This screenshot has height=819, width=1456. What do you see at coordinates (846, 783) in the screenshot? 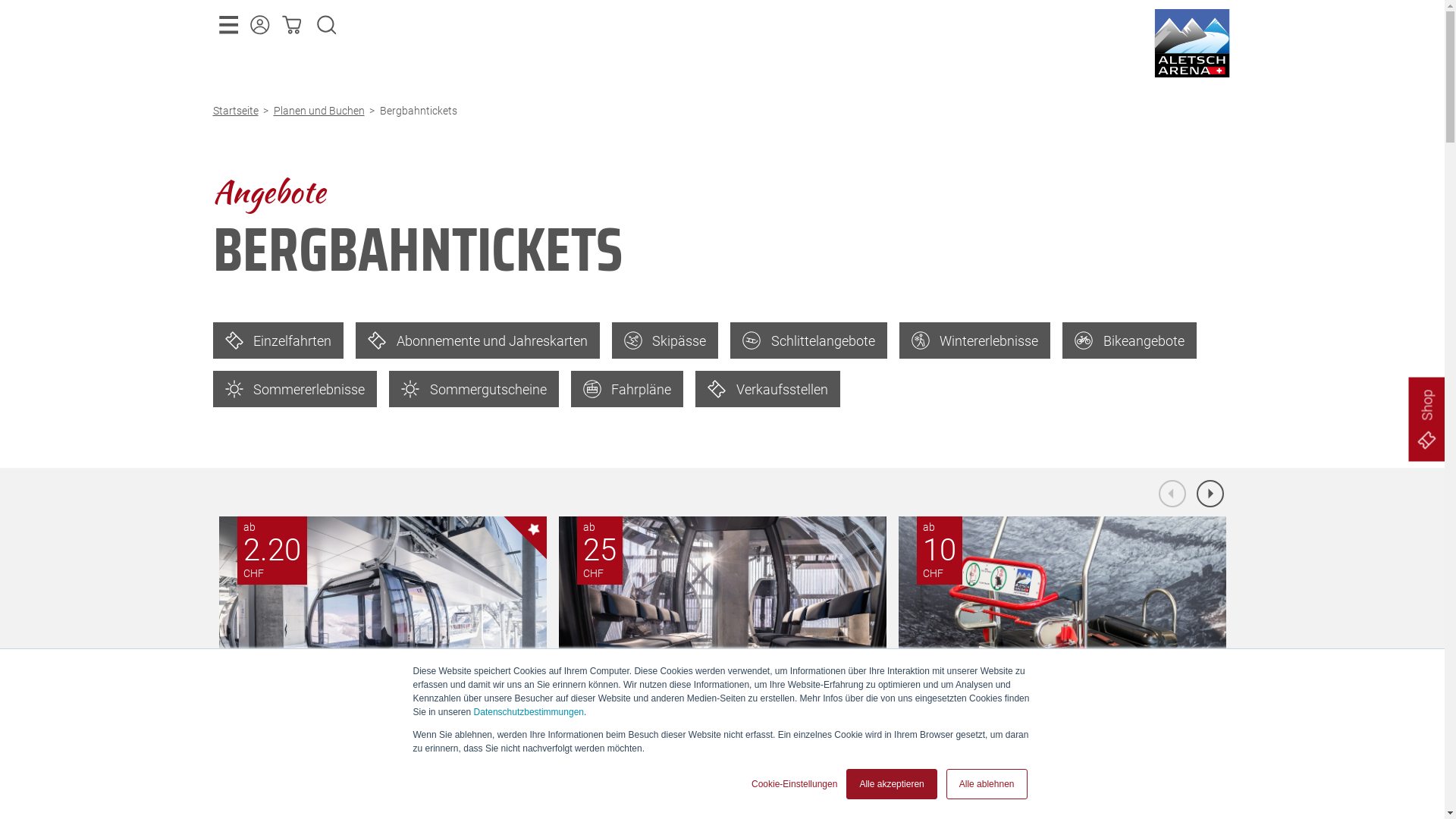
I see `'Alle akzeptieren'` at bounding box center [846, 783].